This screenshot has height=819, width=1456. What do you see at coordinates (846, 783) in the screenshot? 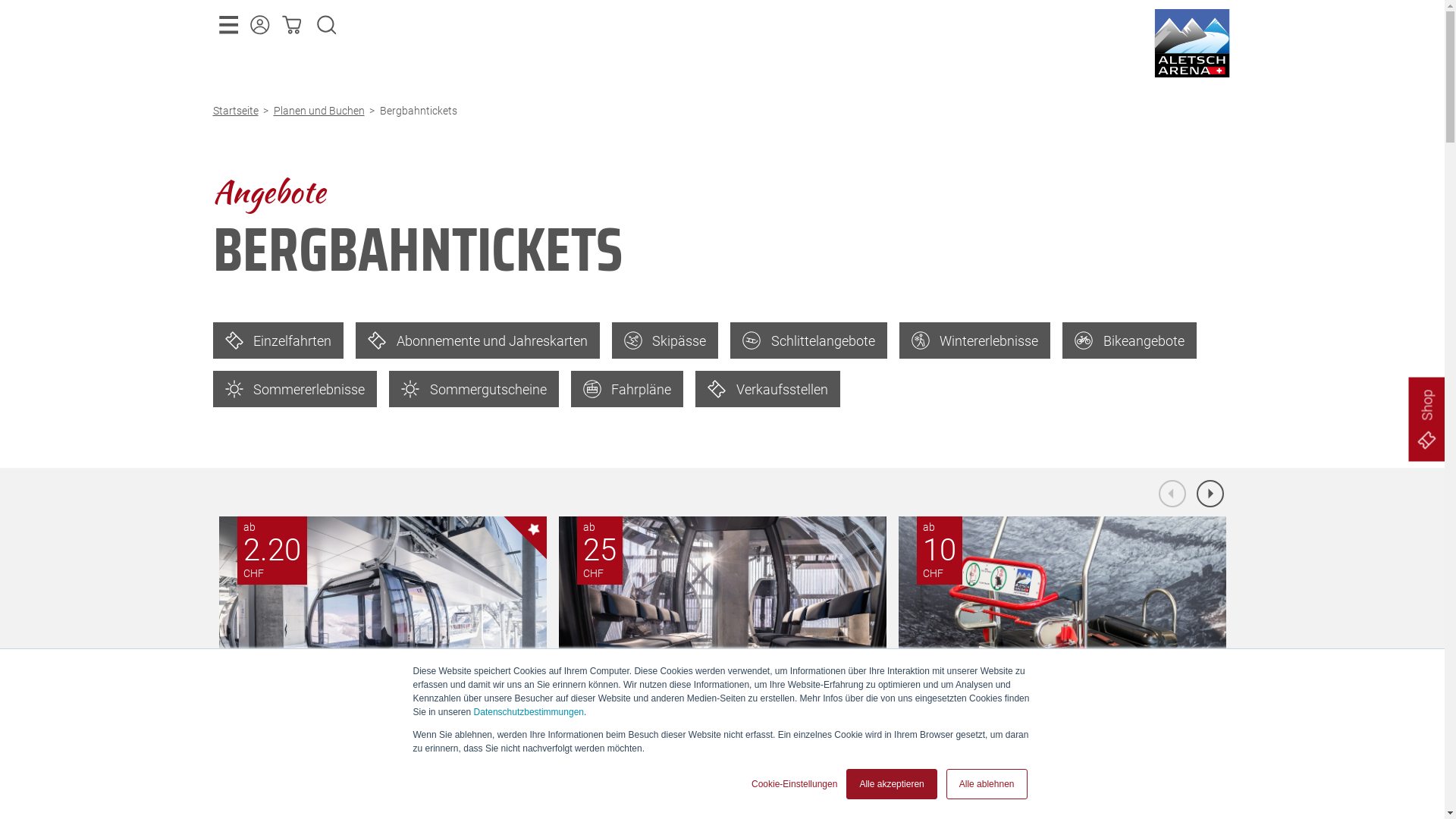
I see `'Alle akzeptieren'` at bounding box center [846, 783].